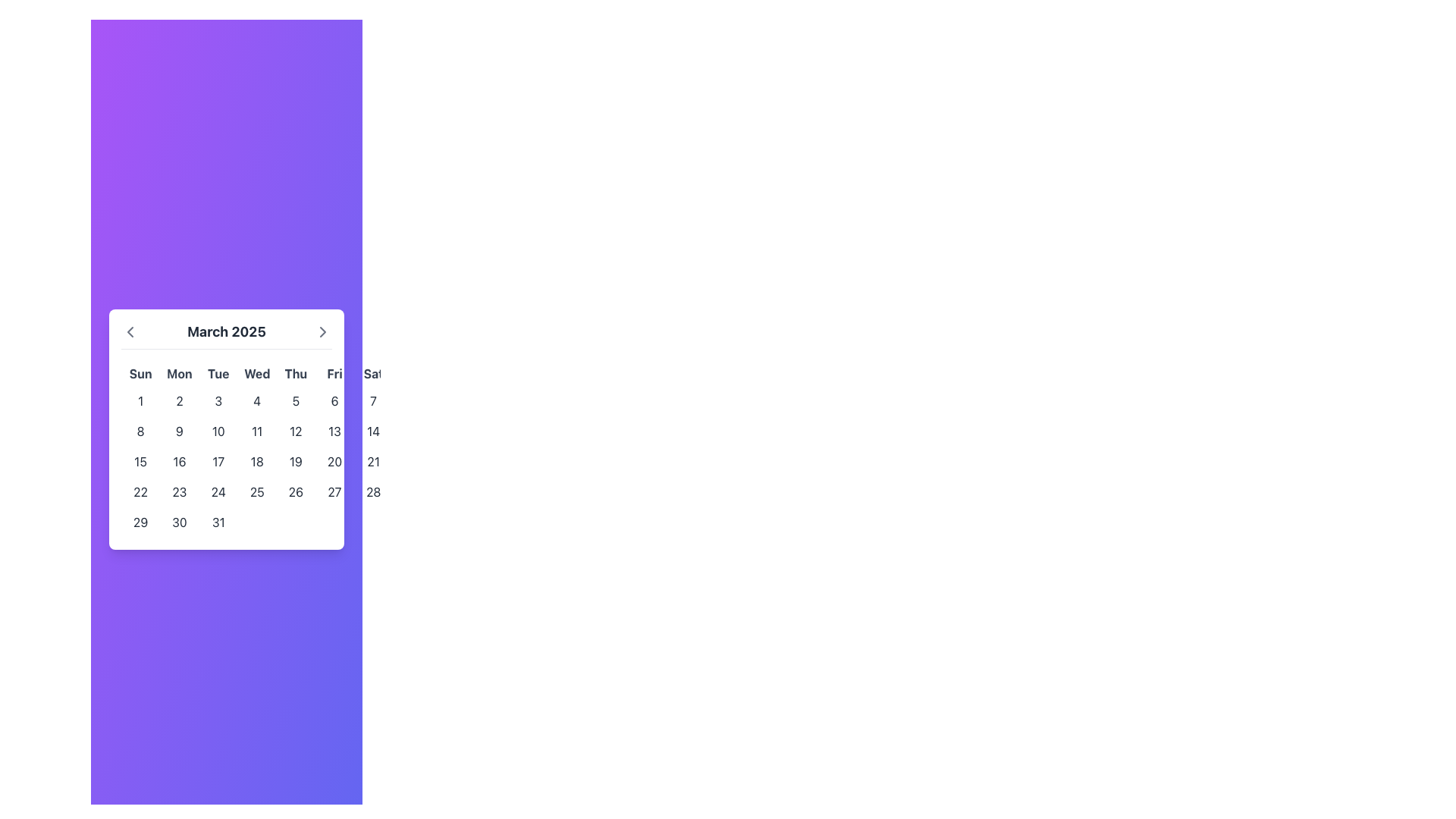  What do you see at coordinates (373, 491) in the screenshot?
I see `the Text display element representing the number '28' in the calendar interface, located at the far right of the row` at bounding box center [373, 491].